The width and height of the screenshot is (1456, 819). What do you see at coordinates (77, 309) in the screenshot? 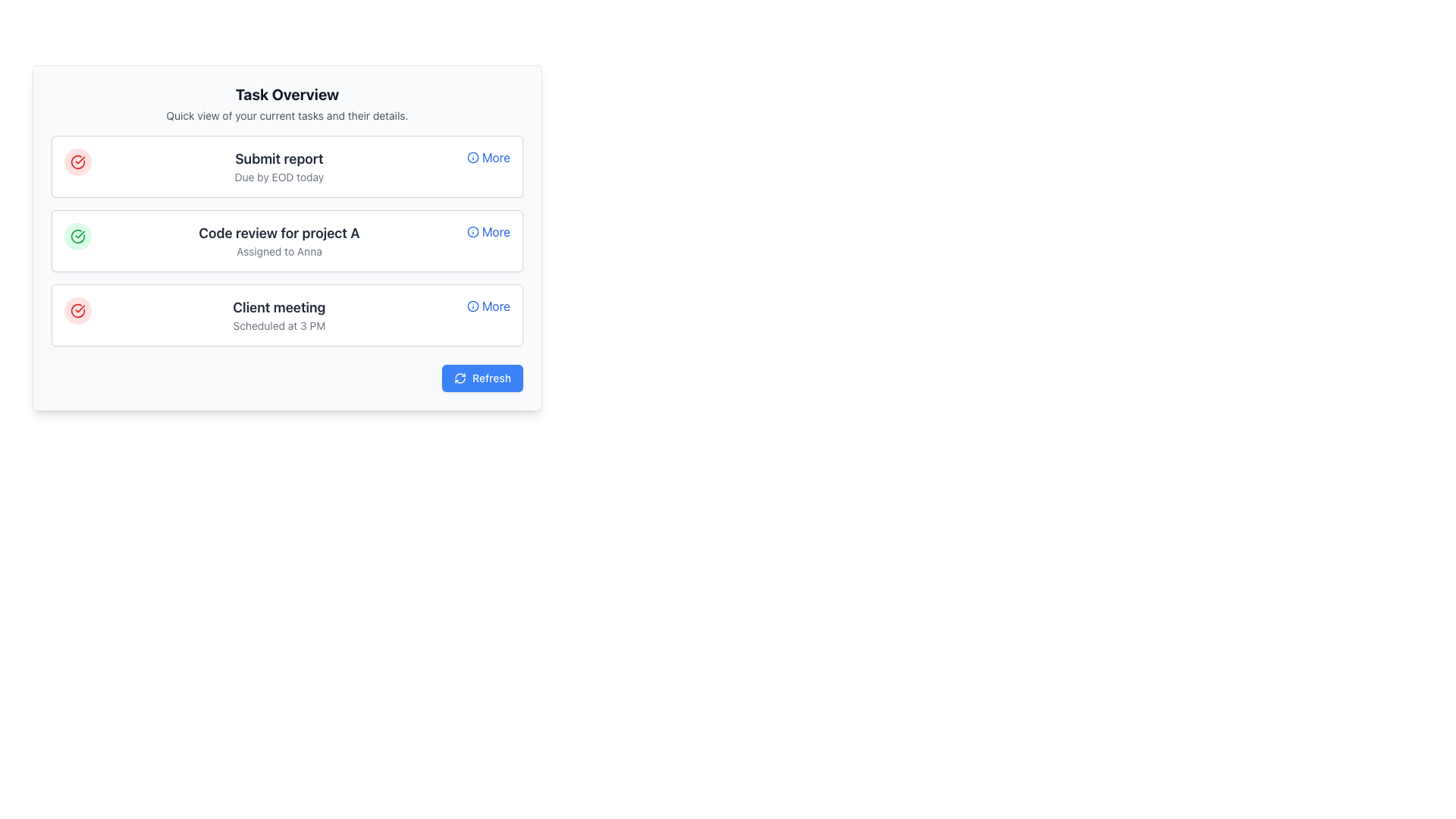
I see `the status button that indicates completion, located at the leftmost side of the group containing 'Client meeting'` at bounding box center [77, 309].